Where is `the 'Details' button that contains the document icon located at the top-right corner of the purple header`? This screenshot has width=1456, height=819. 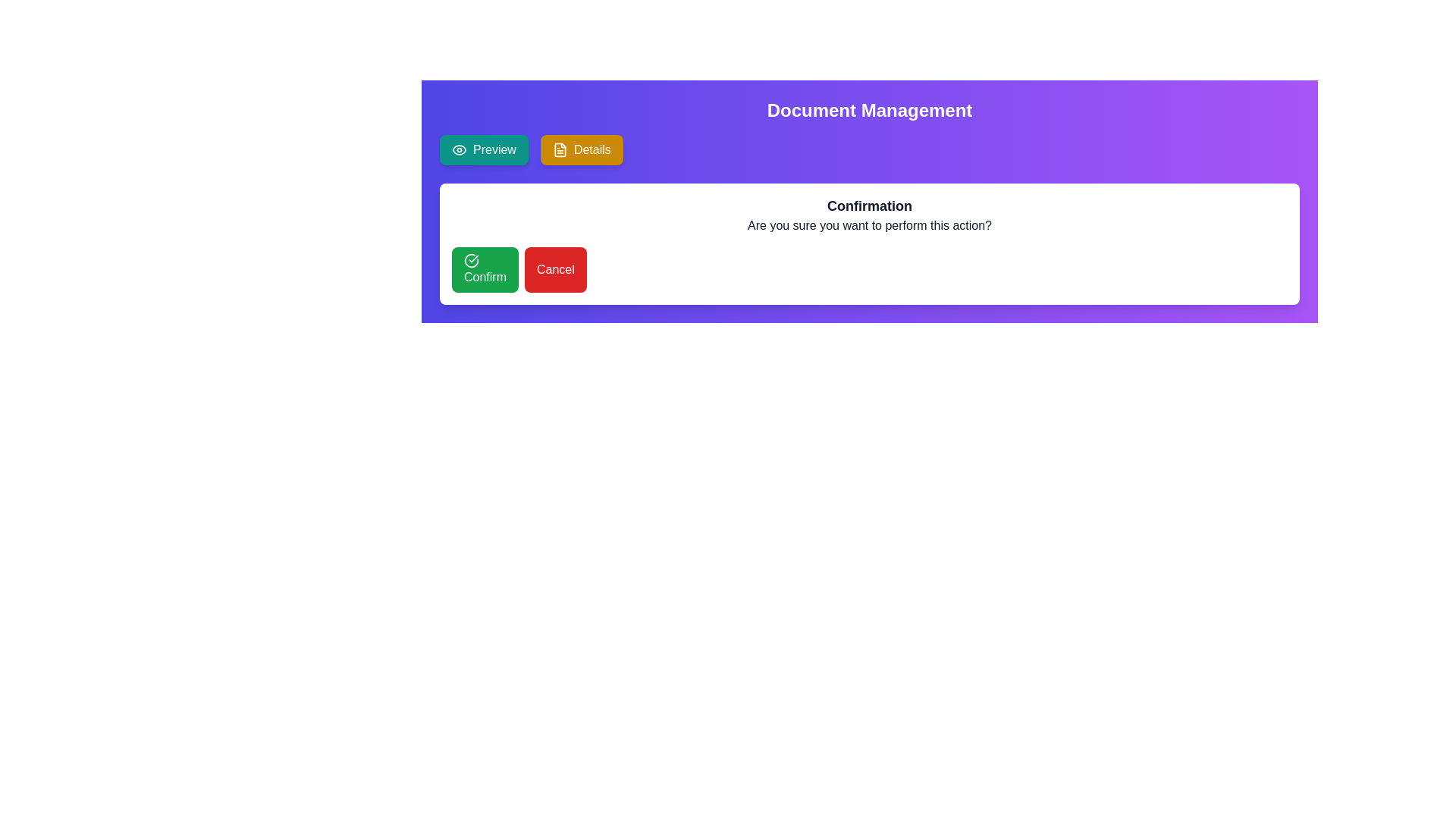 the 'Details' button that contains the document icon located at the top-right corner of the purple header is located at coordinates (559, 149).